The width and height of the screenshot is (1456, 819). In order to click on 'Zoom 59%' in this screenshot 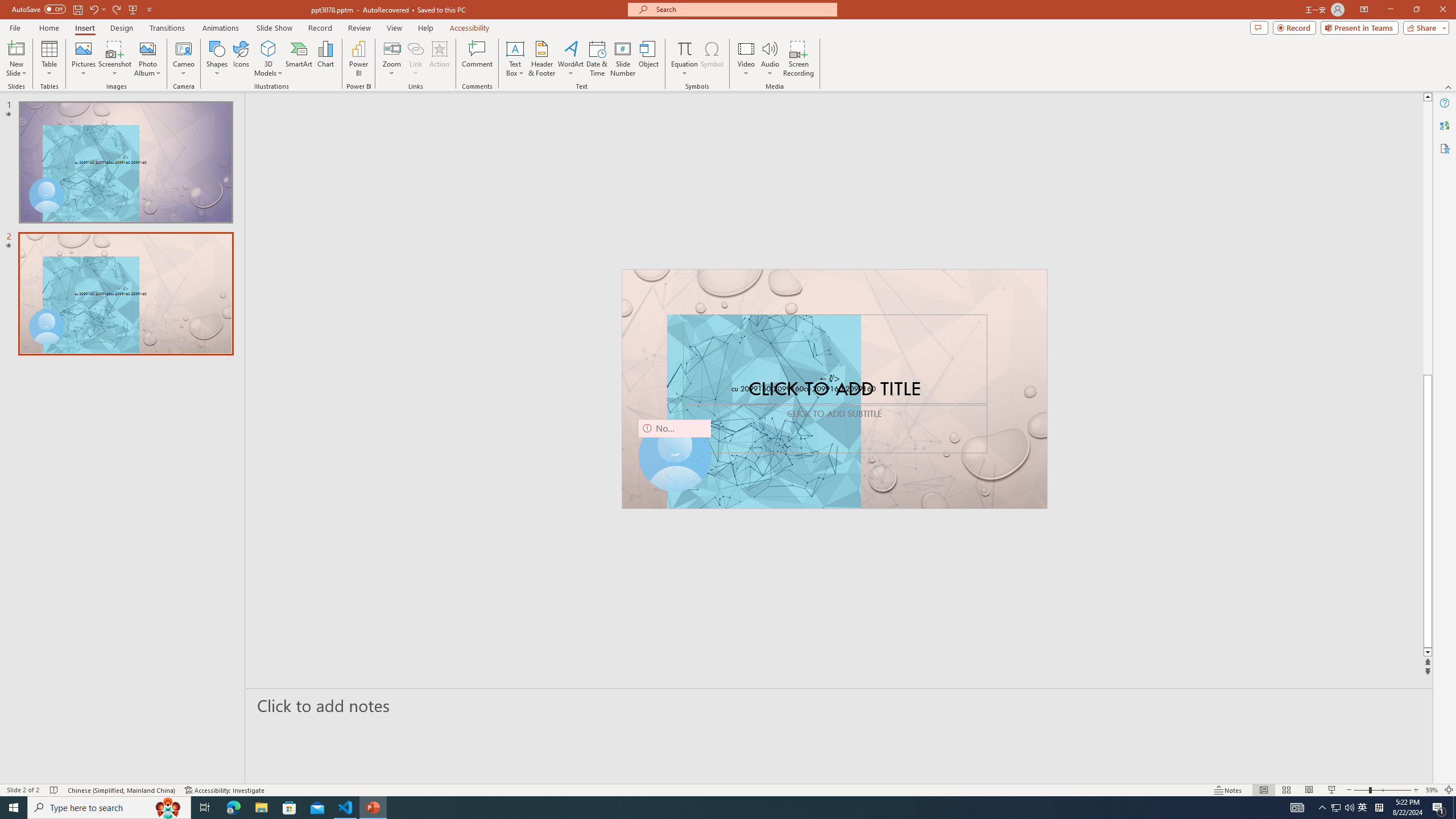, I will do `click(1431, 790)`.